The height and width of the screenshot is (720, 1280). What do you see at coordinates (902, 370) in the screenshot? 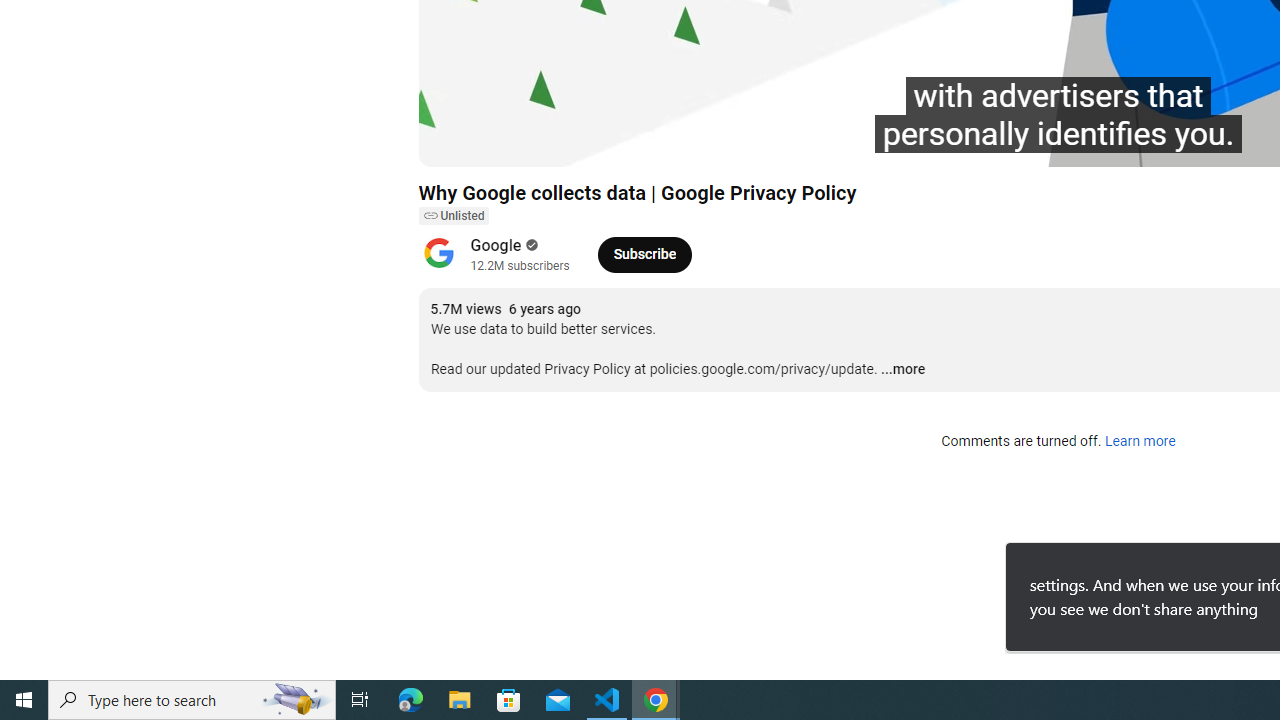
I see `'...more'` at bounding box center [902, 370].